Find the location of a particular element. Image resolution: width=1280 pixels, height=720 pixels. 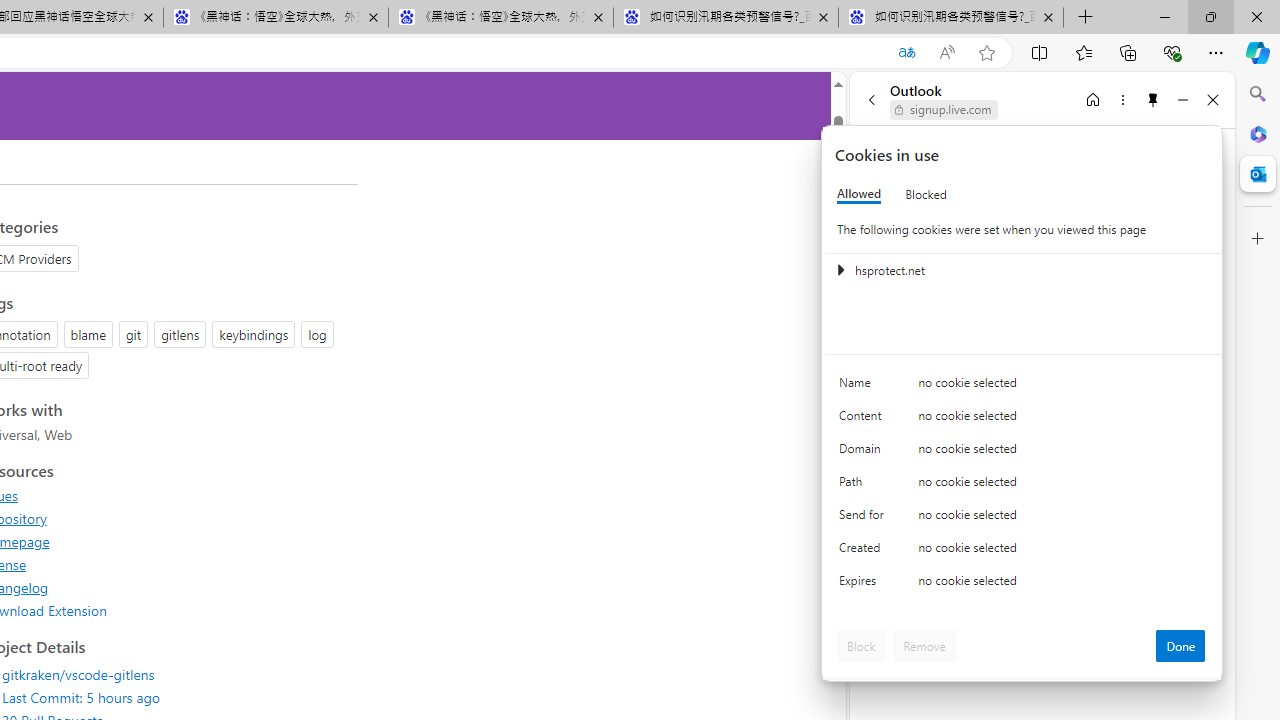

'Done' is located at coordinates (1180, 645).